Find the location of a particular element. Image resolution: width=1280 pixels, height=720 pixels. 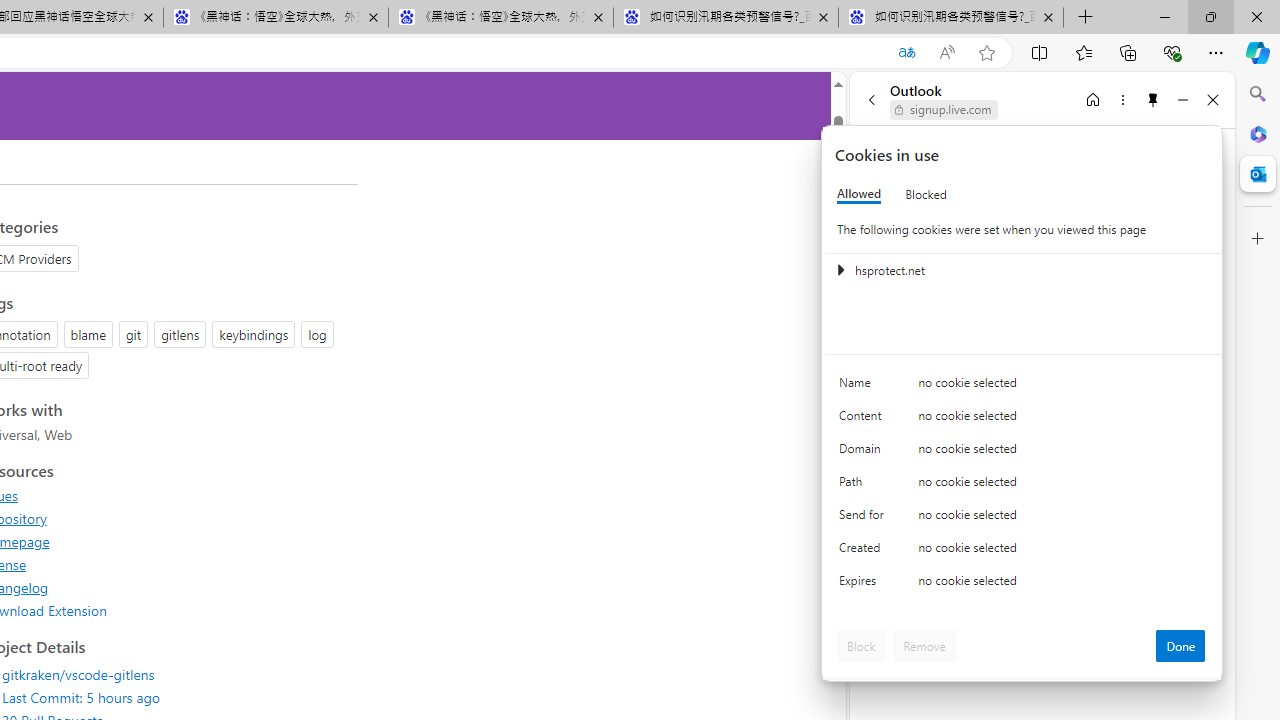

'Done' is located at coordinates (1180, 645).